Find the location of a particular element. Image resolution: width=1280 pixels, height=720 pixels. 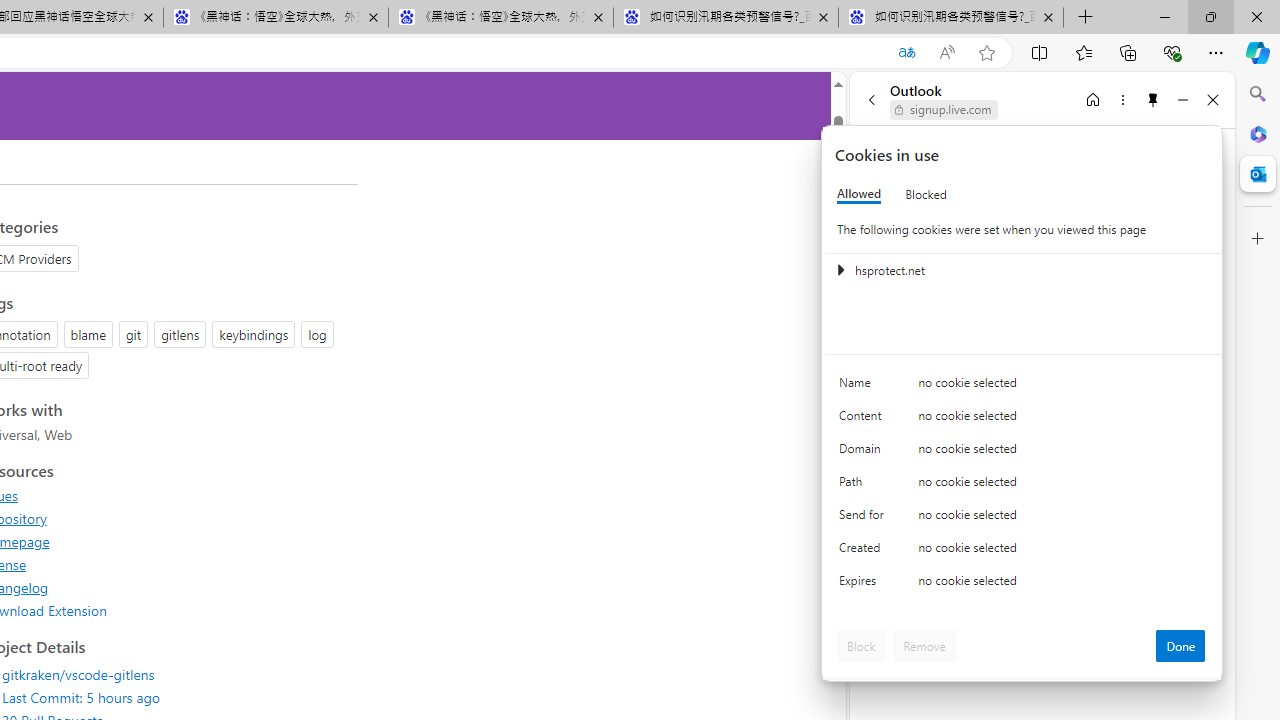

'Done' is located at coordinates (1180, 645).